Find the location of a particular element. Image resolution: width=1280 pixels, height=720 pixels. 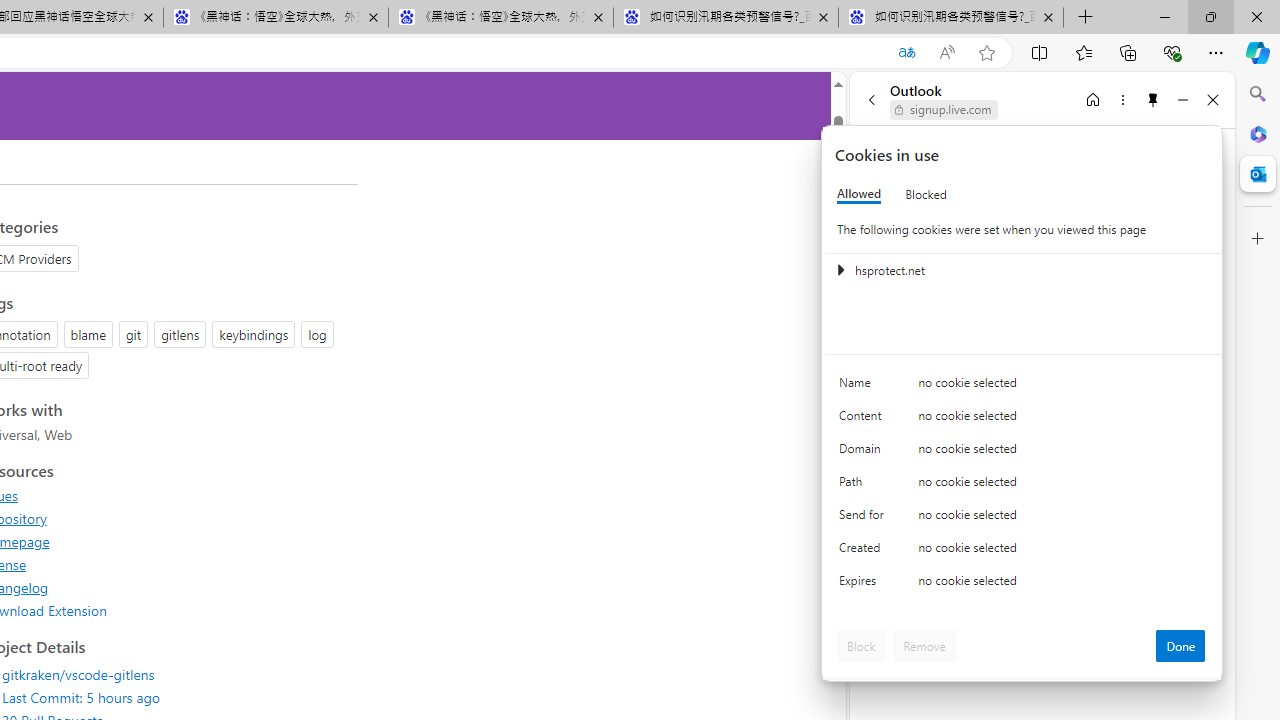

'Done' is located at coordinates (1180, 645).